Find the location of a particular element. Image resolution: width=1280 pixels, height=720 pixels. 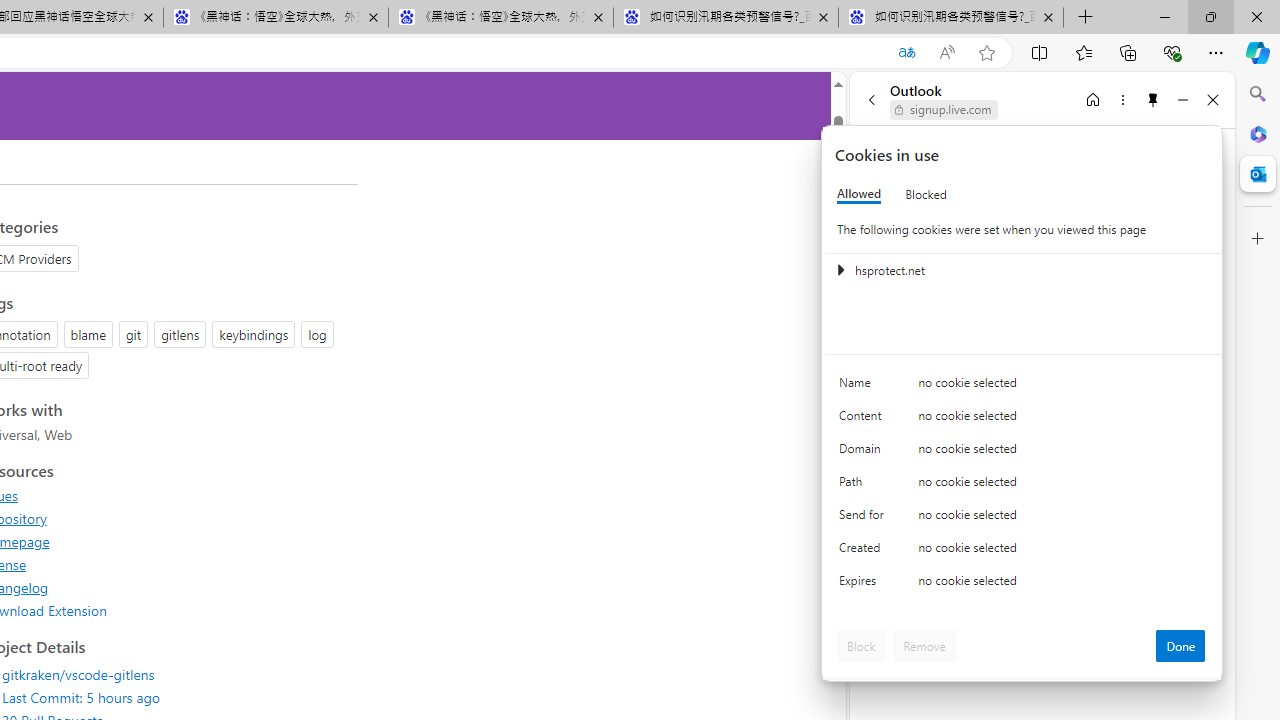

'Done' is located at coordinates (1180, 645).